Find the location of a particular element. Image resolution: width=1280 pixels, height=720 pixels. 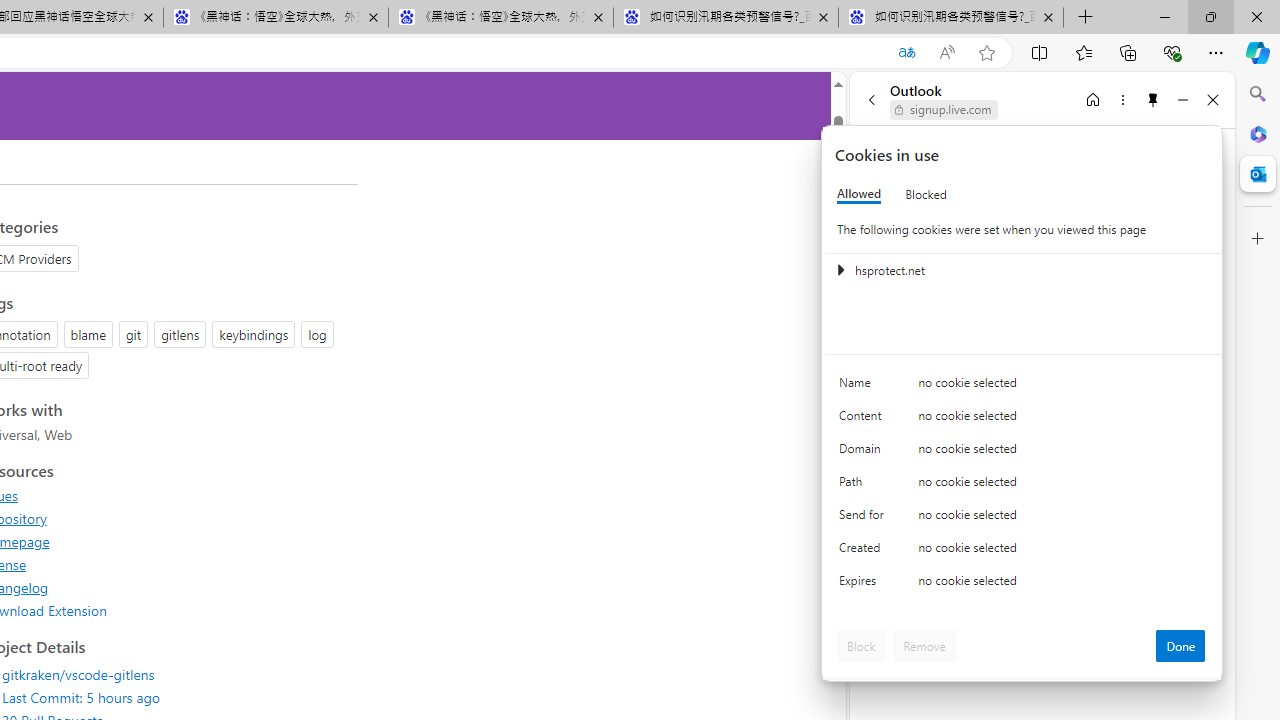

'Done' is located at coordinates (1180, 645).